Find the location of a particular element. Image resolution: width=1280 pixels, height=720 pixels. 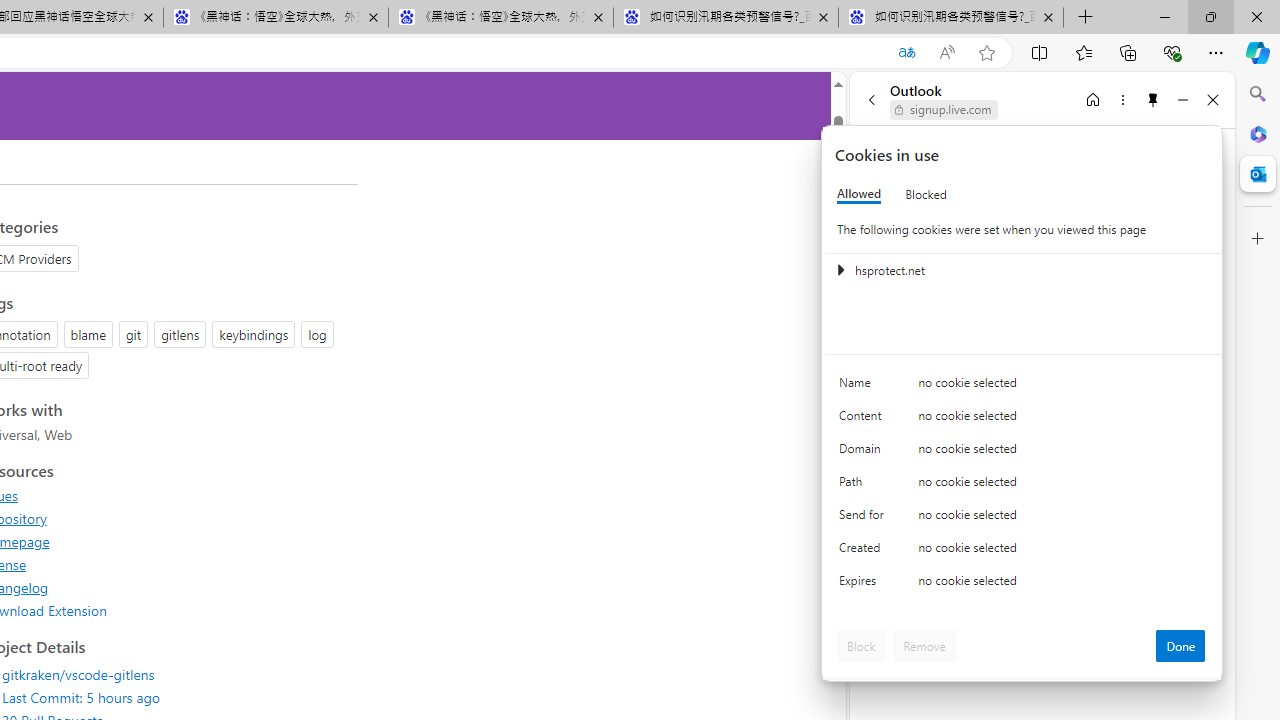

'Done' is located at coordinates (1180, 645).